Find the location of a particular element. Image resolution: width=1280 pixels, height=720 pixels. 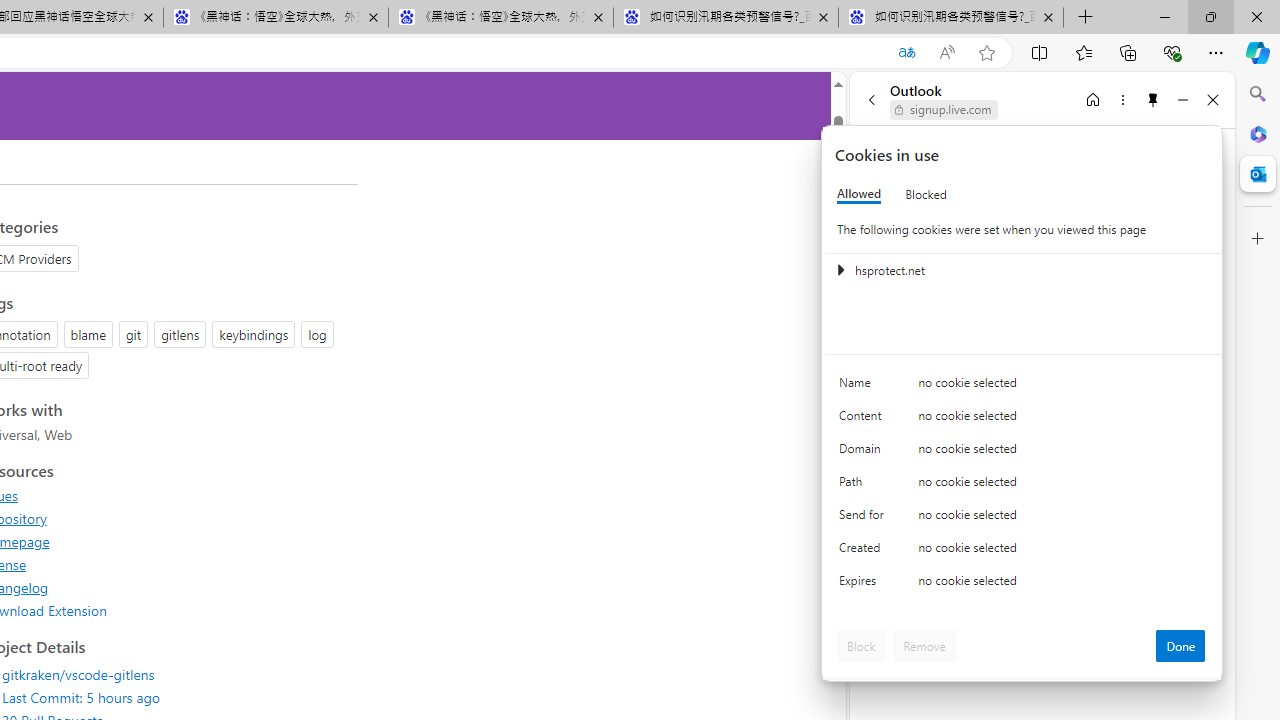

'Done' is located at coordinates (1180, 645).